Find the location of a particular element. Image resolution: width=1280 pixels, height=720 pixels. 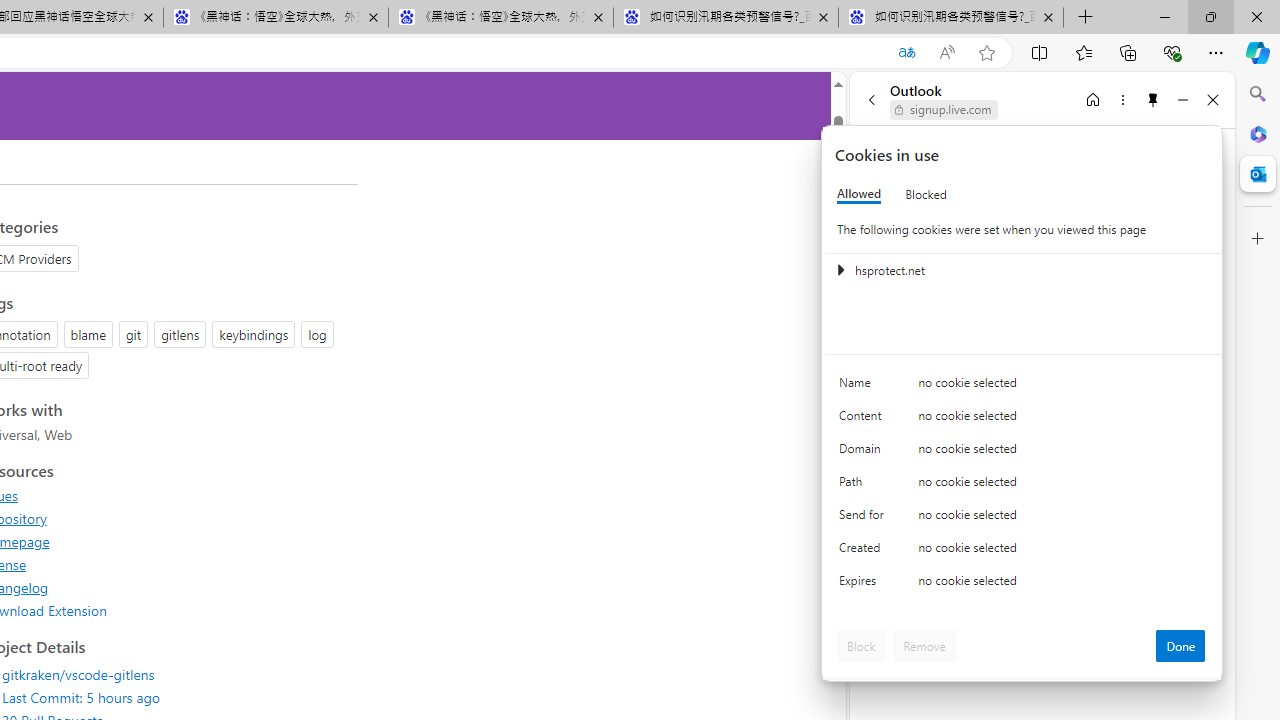

'Done' is located at coordinates (1180, 645).